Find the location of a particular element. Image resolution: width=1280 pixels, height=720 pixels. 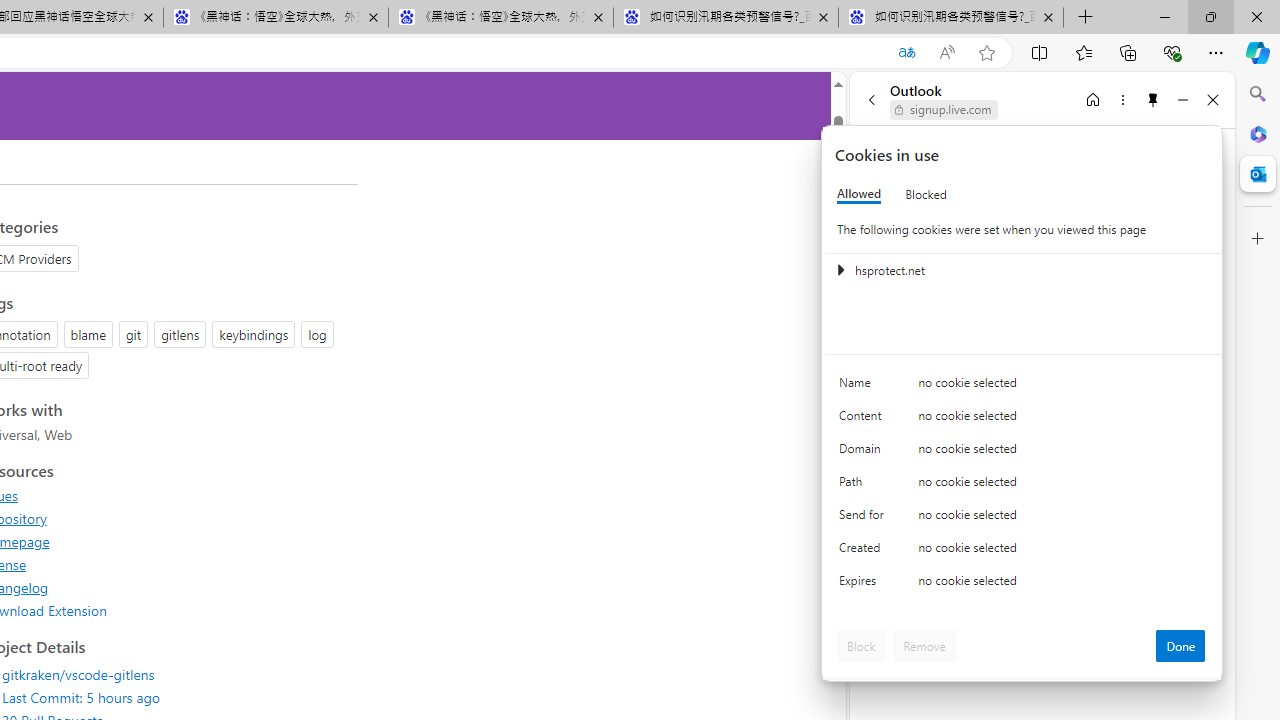

'Done' is located at coordinates (1180, 645).